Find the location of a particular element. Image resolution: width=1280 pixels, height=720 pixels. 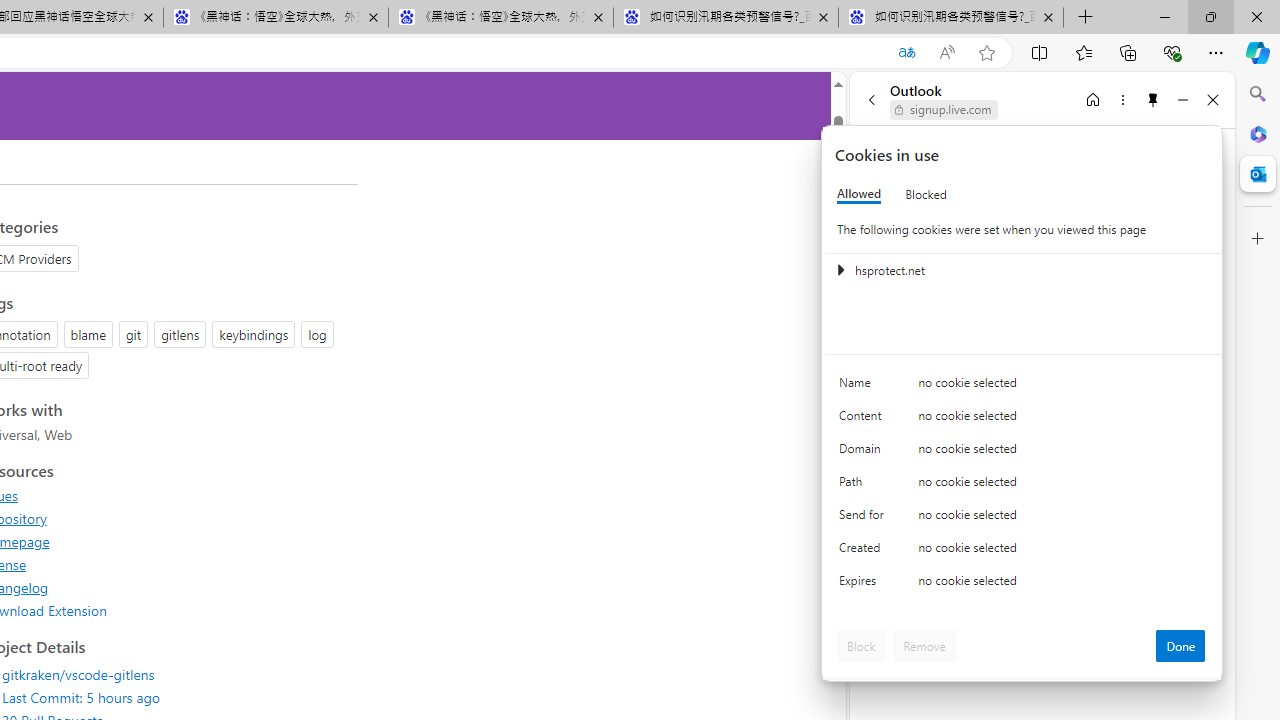

'Done' is located at coordinates (1180, 645).